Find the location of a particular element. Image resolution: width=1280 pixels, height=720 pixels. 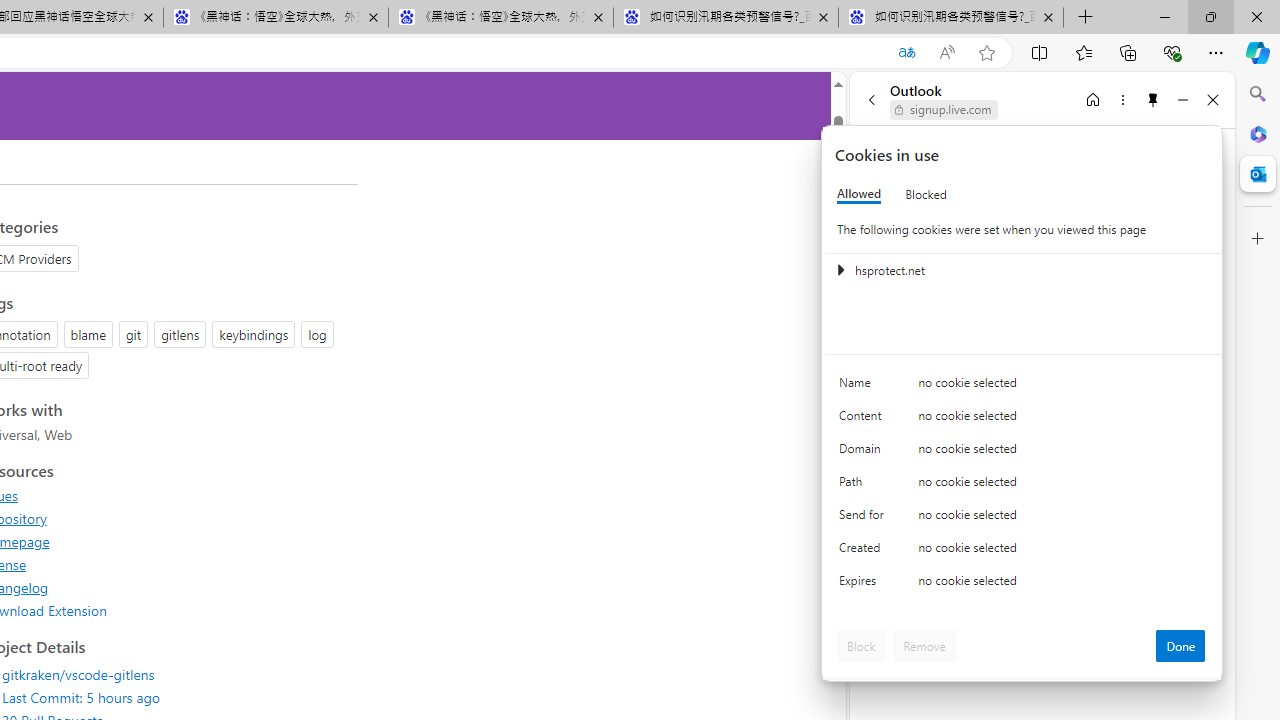

'Done' is located at coordinates (1180, 645).